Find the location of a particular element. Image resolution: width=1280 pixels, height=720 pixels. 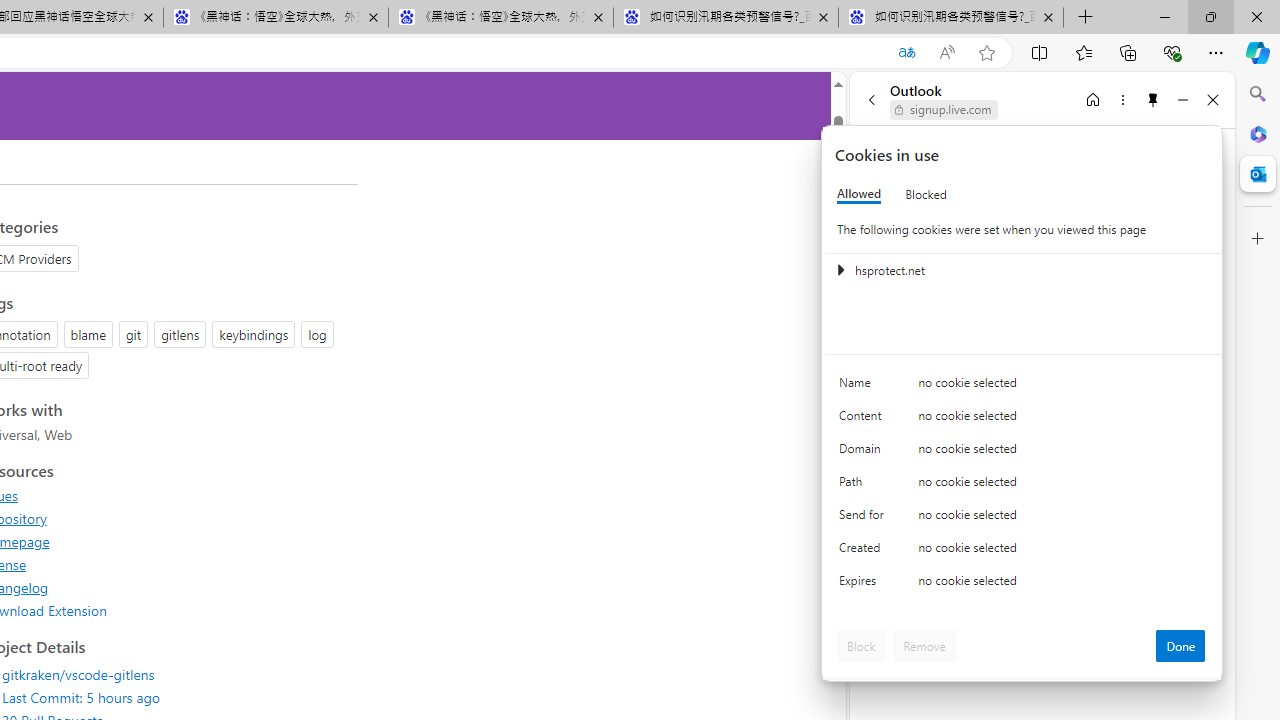

'Done' is located at coordinates (1180, 645).